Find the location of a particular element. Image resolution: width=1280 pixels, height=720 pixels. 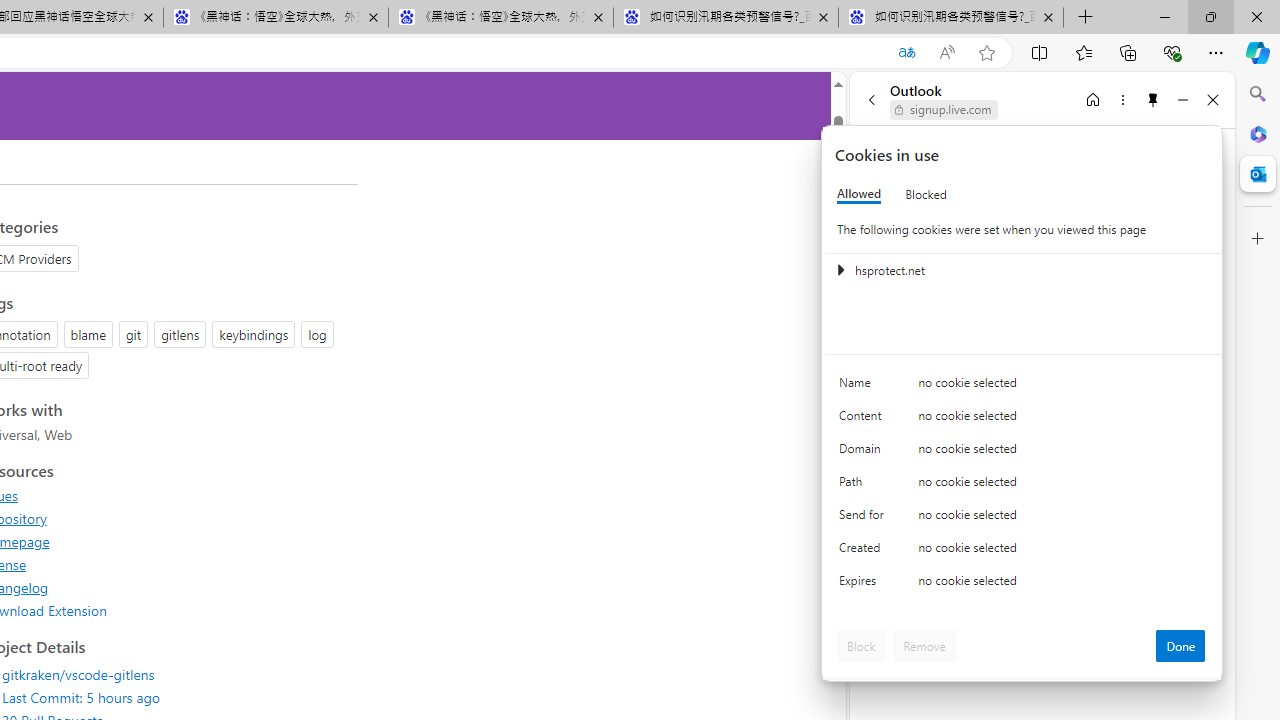

'Done' is located at coordinates (1180, 645).